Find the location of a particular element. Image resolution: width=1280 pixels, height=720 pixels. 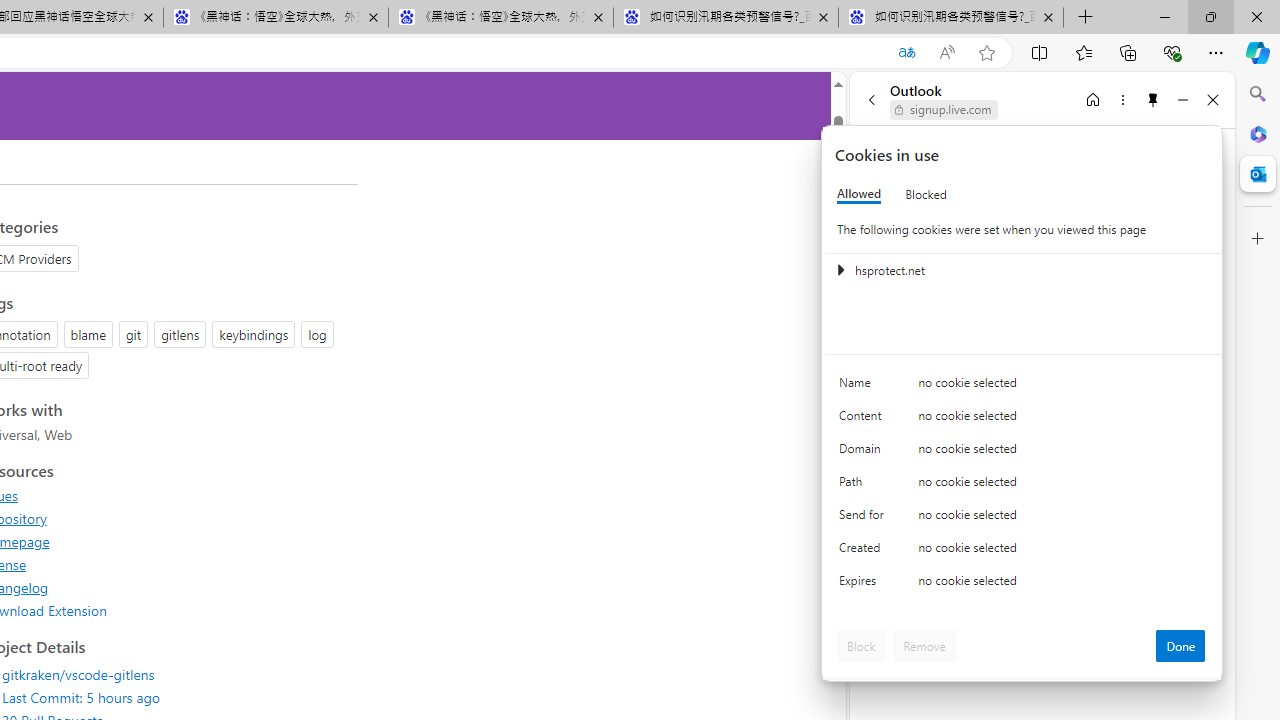

'Done' is located at coordinates (1180, 645).